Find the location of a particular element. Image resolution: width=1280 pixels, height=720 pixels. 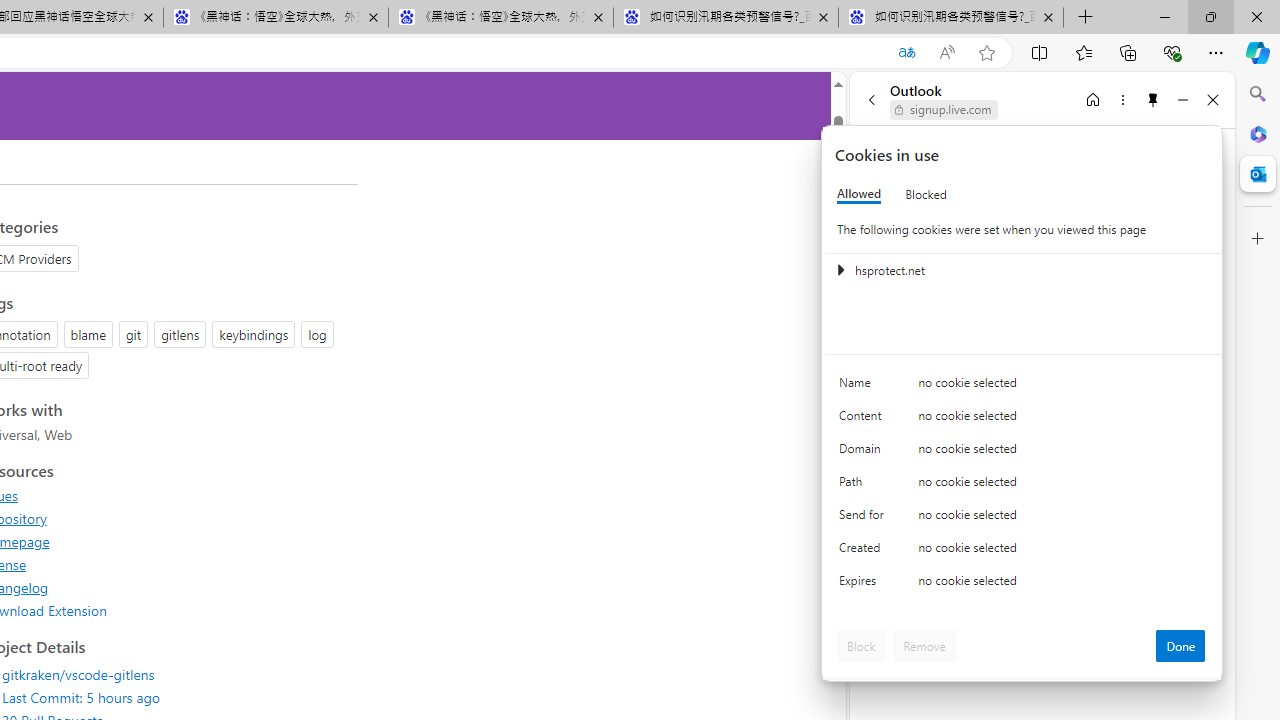

'Done' is located at coordinates (1180, 645).